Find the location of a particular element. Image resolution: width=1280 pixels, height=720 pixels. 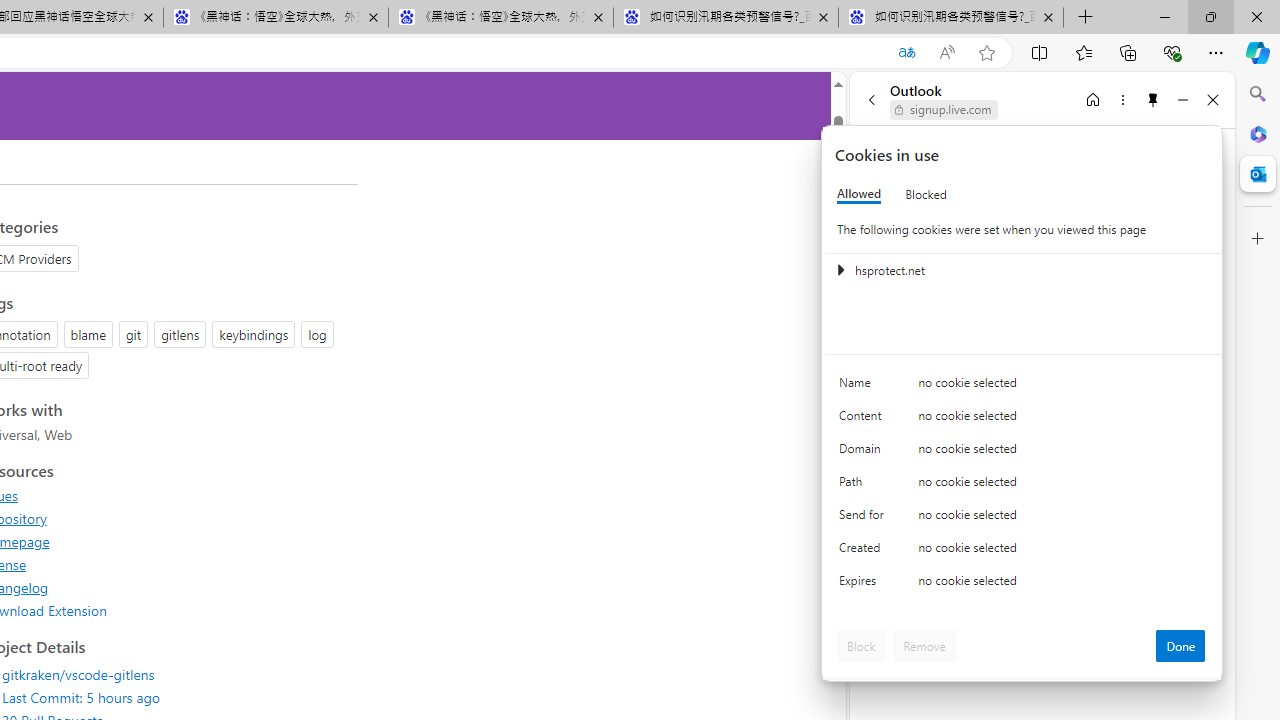

'Done' is located at coordinates (1180, 645).